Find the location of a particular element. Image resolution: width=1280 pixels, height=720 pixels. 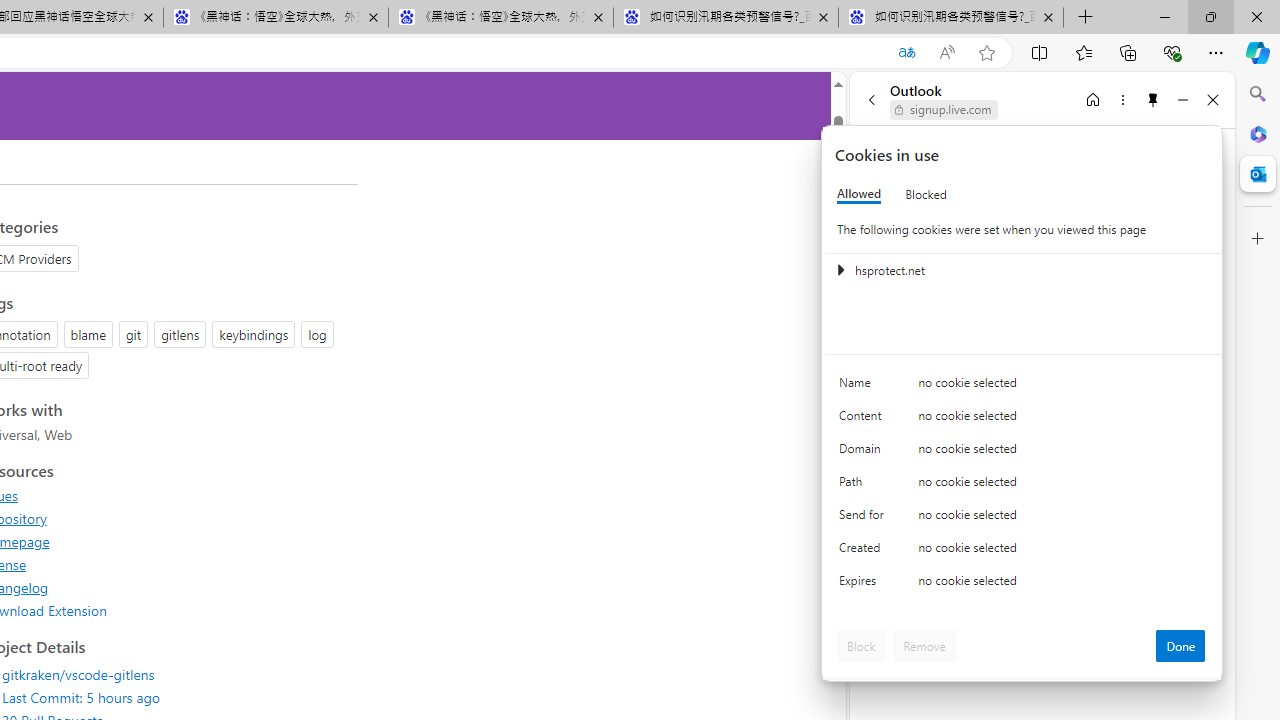

'Done' is located at coordinates (1180, 645).